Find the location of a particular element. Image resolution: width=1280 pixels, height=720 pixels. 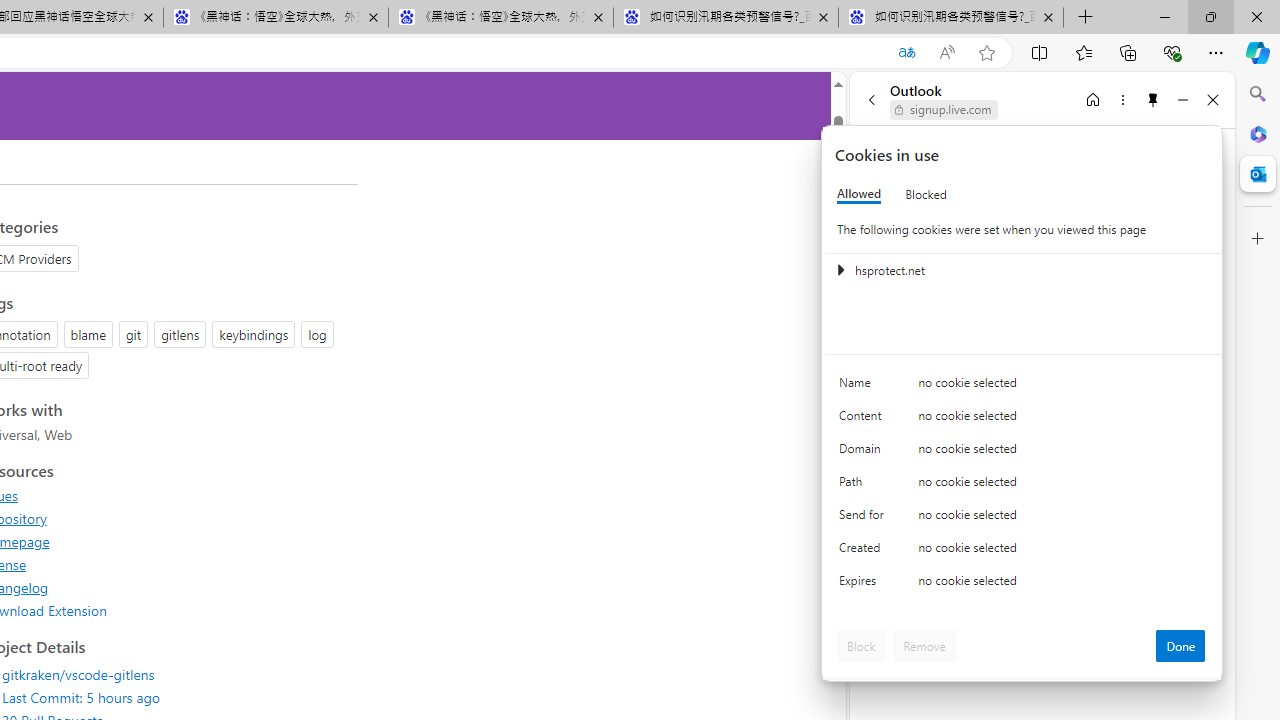

'Done' is located at coordinates (1180, 645).